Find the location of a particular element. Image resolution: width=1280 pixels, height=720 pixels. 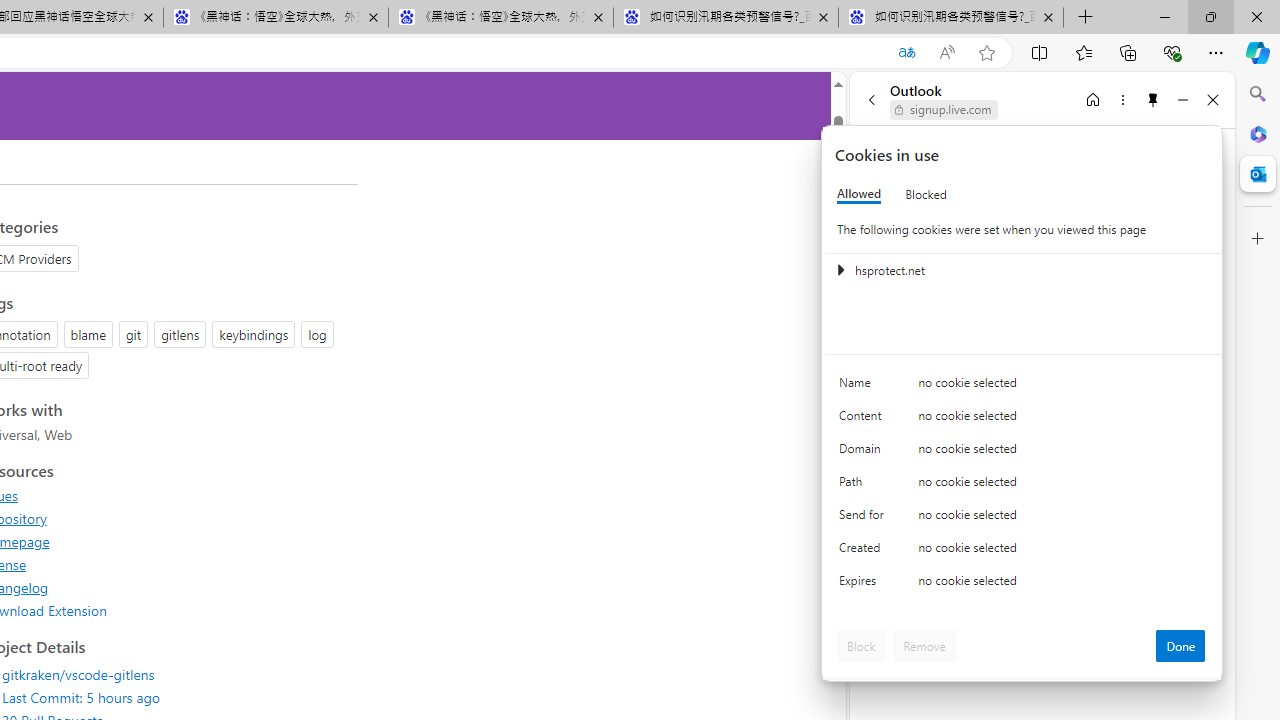

'Done' is located at coordinates (1180, 645).